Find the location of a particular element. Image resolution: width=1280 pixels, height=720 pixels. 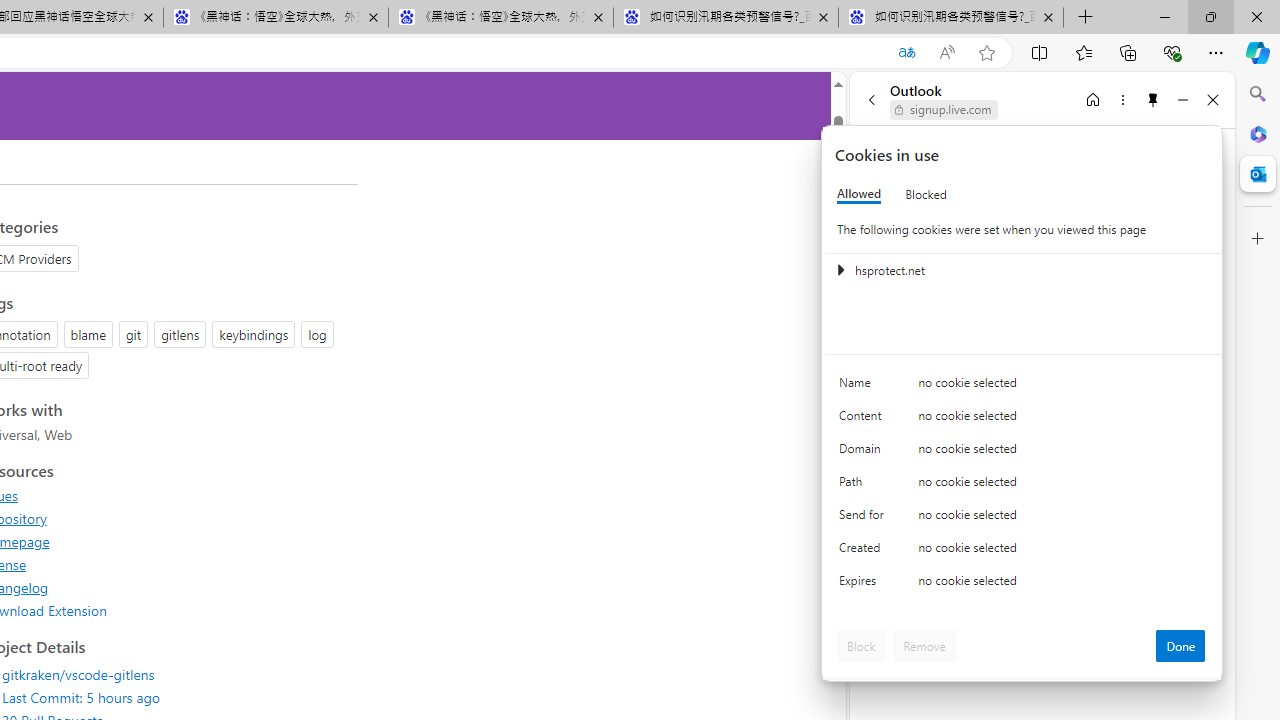

'Done' is located at coordinates (1180, 645).